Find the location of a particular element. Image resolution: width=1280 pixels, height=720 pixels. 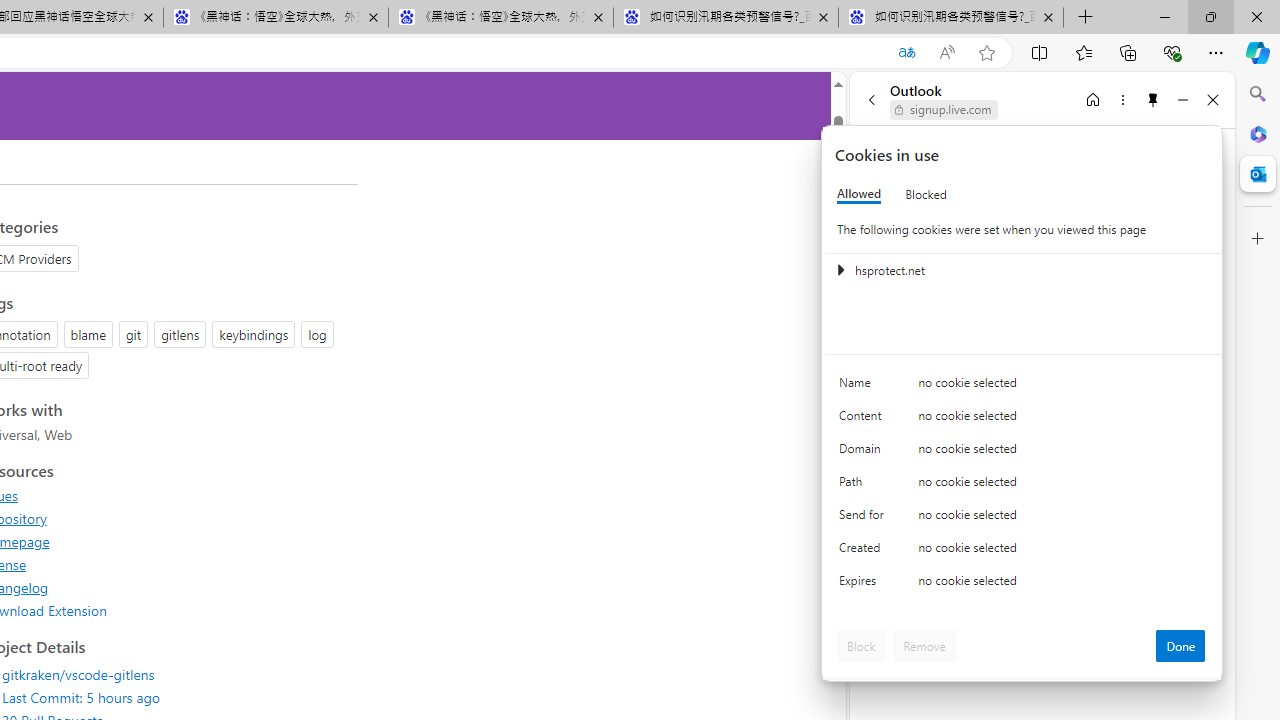

'Done' is located at coordinates (1180, 645).